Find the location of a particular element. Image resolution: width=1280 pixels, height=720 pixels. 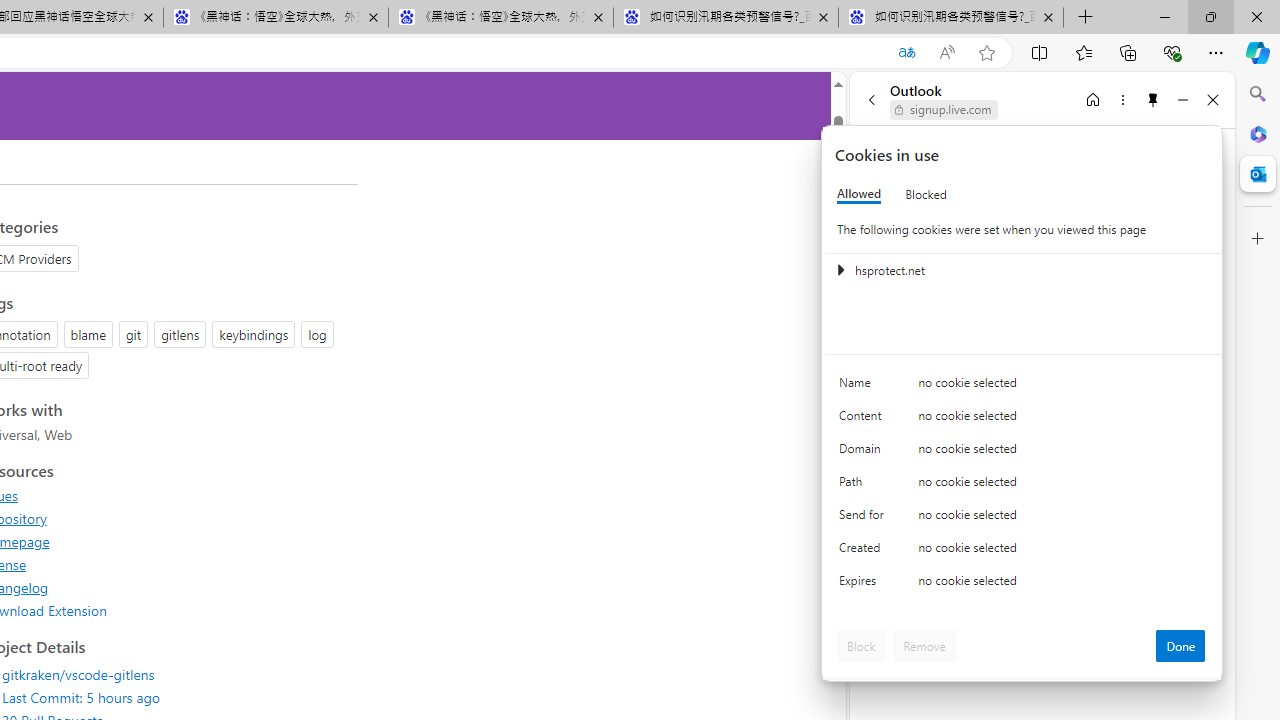

'Done' is located at coordinates (1180, 645).